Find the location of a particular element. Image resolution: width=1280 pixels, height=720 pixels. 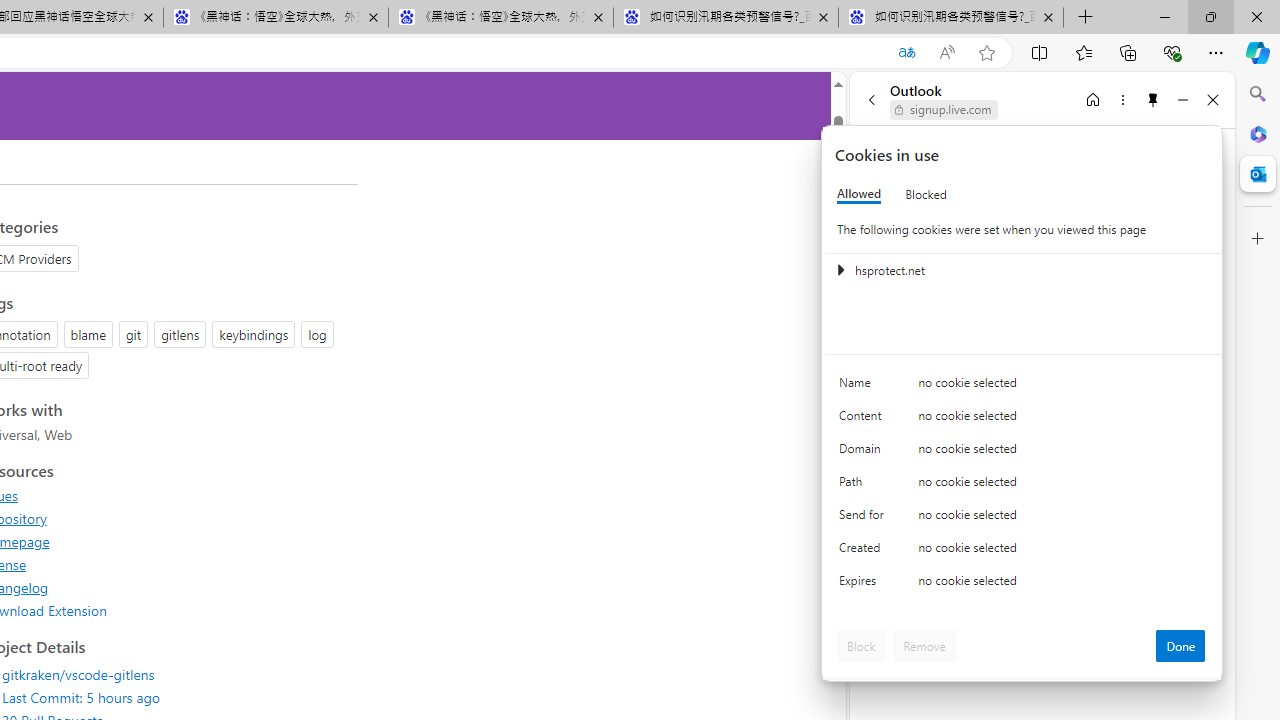

'Done' is located at coordinates (1180, 645).